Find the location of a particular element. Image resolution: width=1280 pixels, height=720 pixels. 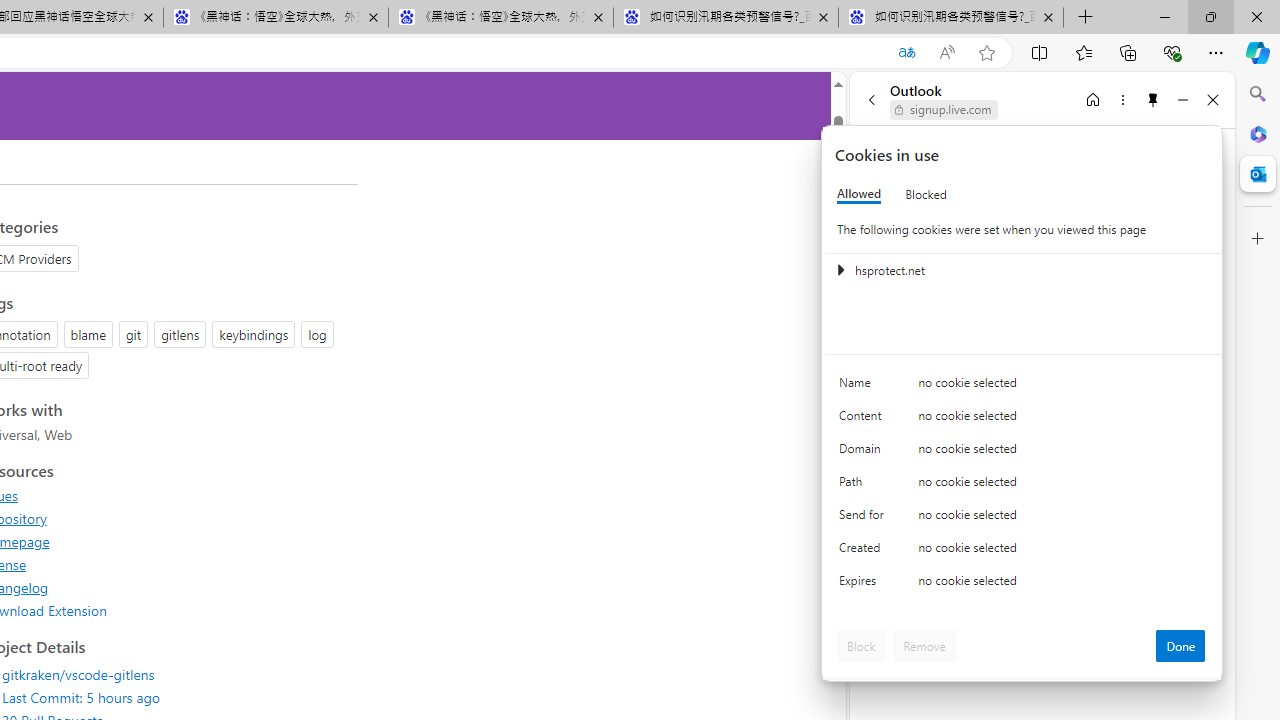

'Done' is located at coordinates (1180, 645).